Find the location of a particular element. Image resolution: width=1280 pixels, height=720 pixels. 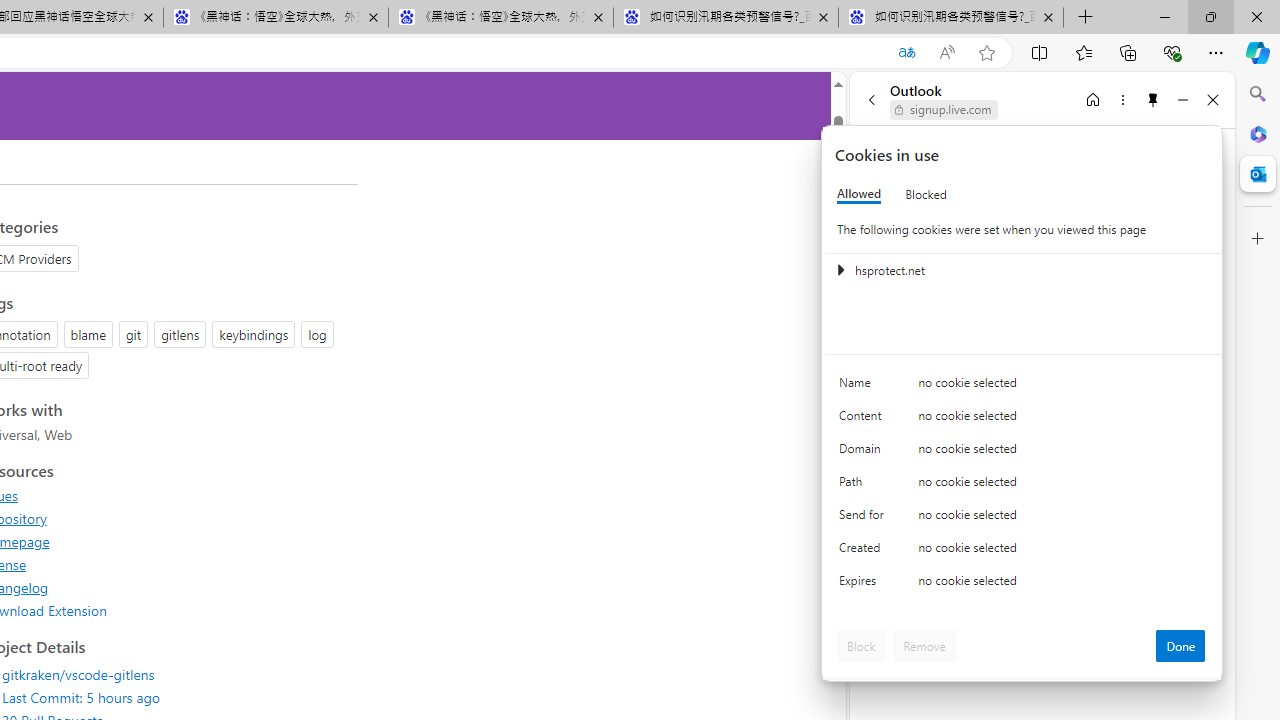

'Done' is located at coordinates (1180, 645).